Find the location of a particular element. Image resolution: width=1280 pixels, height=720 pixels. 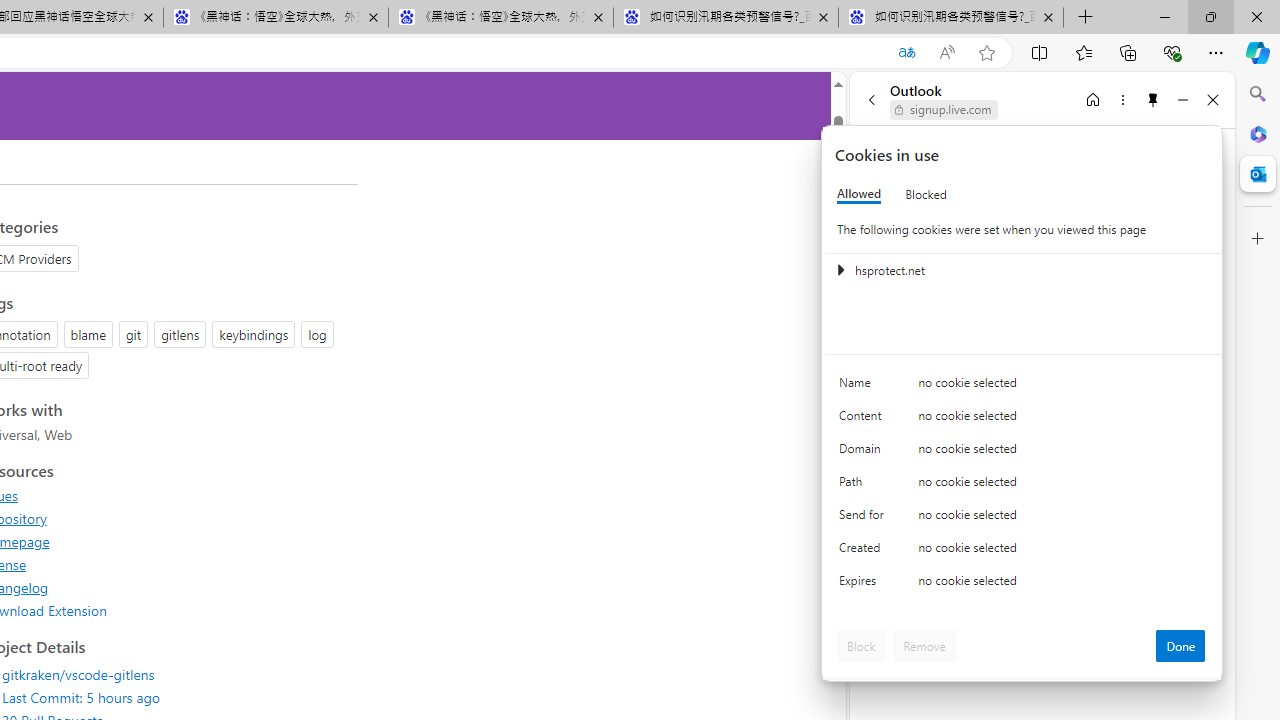

'Done' is located at coordinates (1180, 645).